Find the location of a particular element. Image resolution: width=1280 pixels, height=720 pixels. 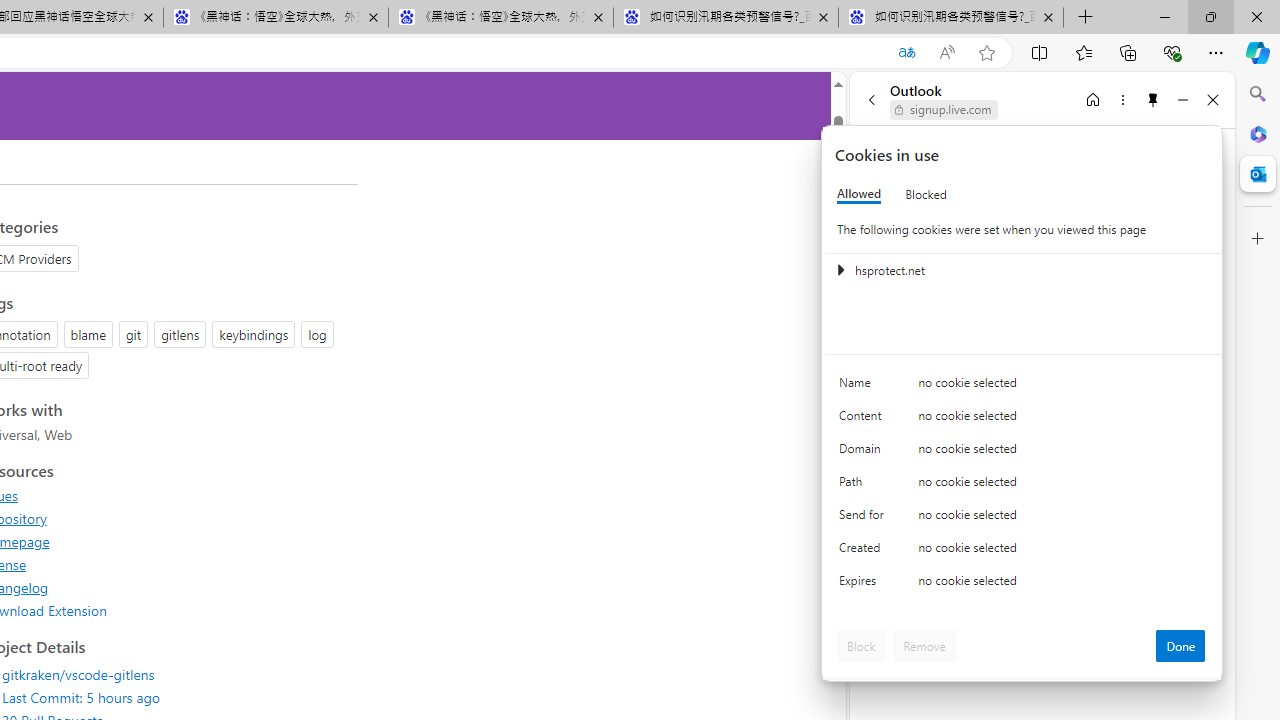

'Done' is located at coordinates (1180, 645).